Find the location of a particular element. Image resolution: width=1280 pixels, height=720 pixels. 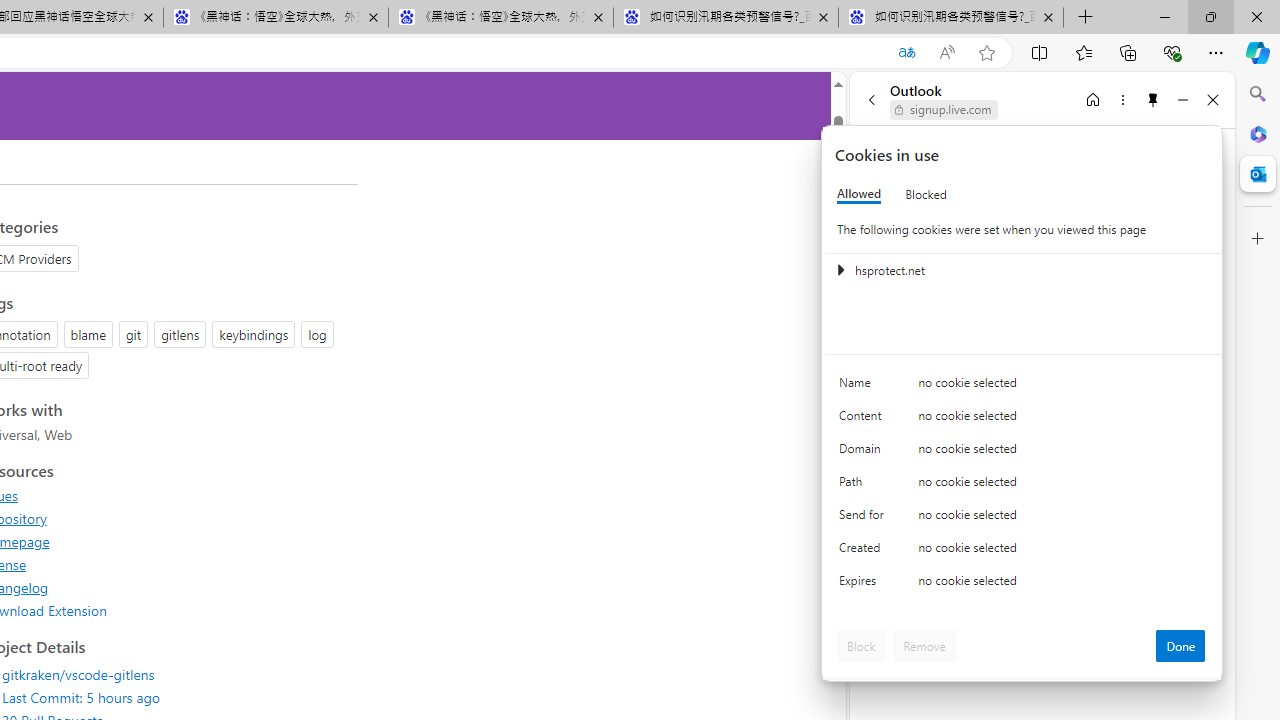

'Done' is located at coordinates (1180, 645).